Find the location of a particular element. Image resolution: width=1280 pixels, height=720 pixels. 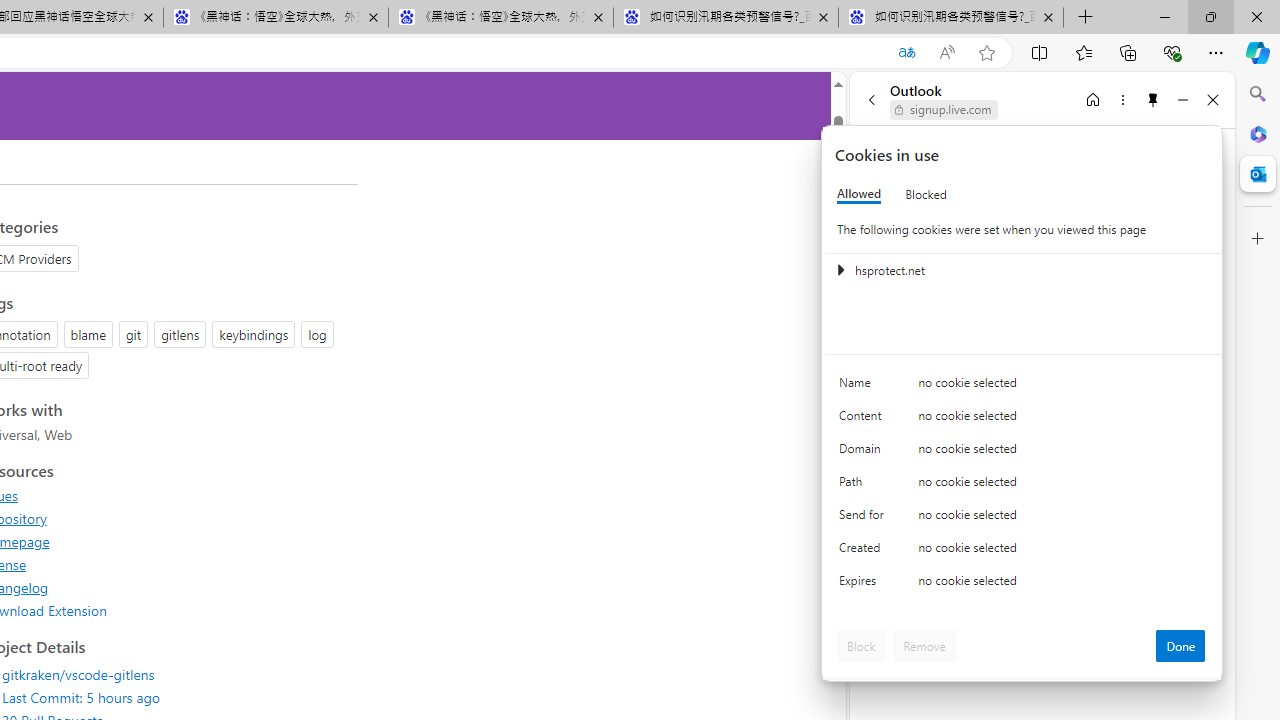

'Done' is located at coordinates (1180, 645).